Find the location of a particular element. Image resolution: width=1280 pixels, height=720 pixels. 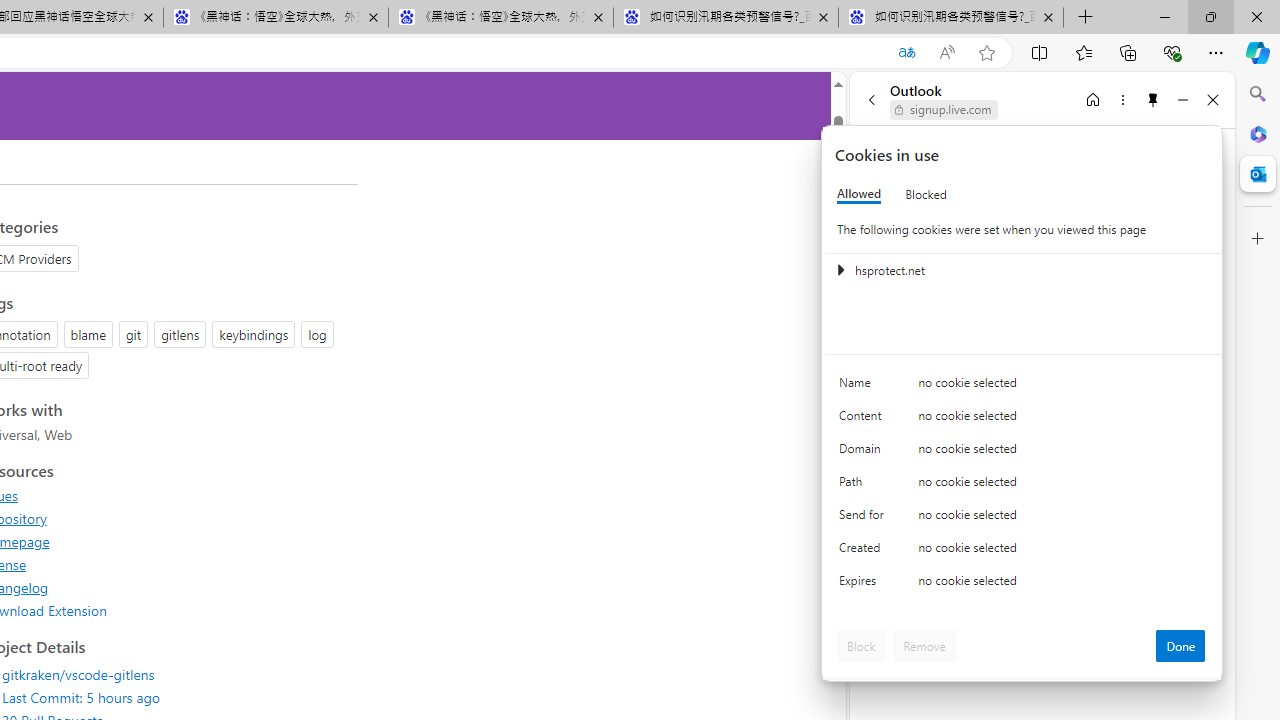

'Done' is located at coordinates (1180, 645).